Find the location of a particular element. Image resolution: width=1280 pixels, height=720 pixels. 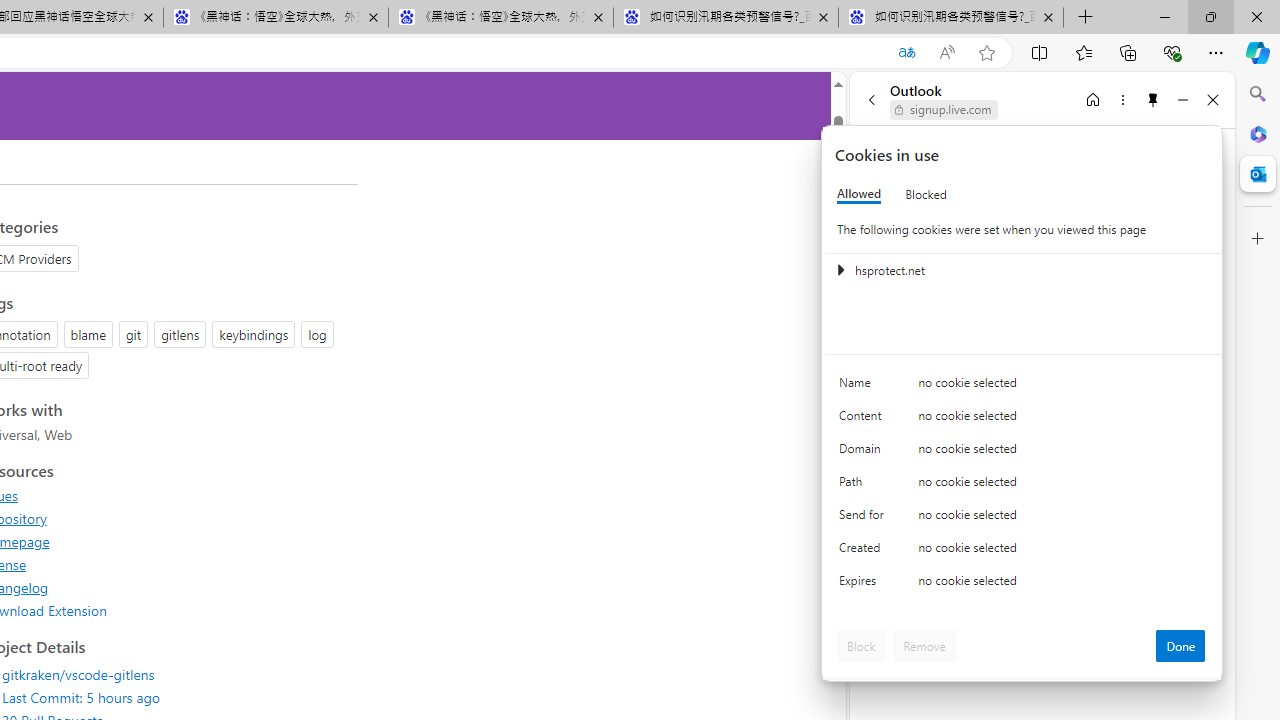

'Done' is located at coordinates (1180, 645).